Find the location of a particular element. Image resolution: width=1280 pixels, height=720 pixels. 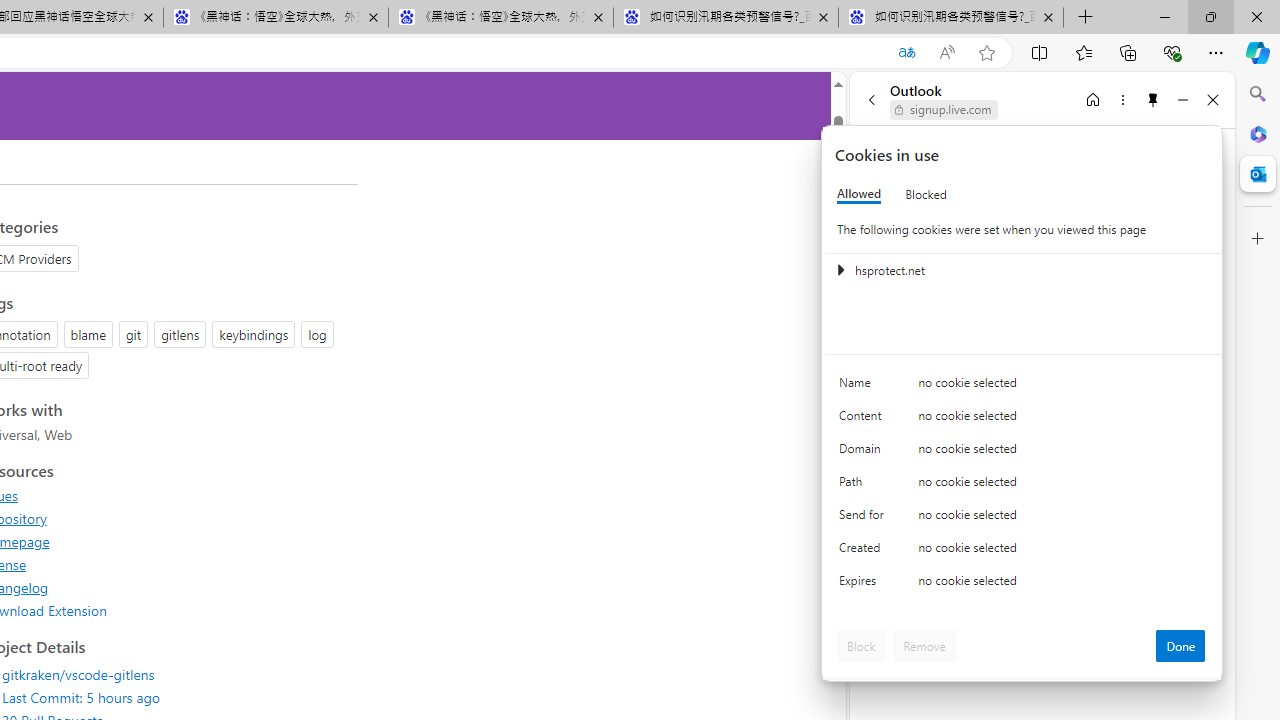

'Done' is located at coordinates (1180, 645).